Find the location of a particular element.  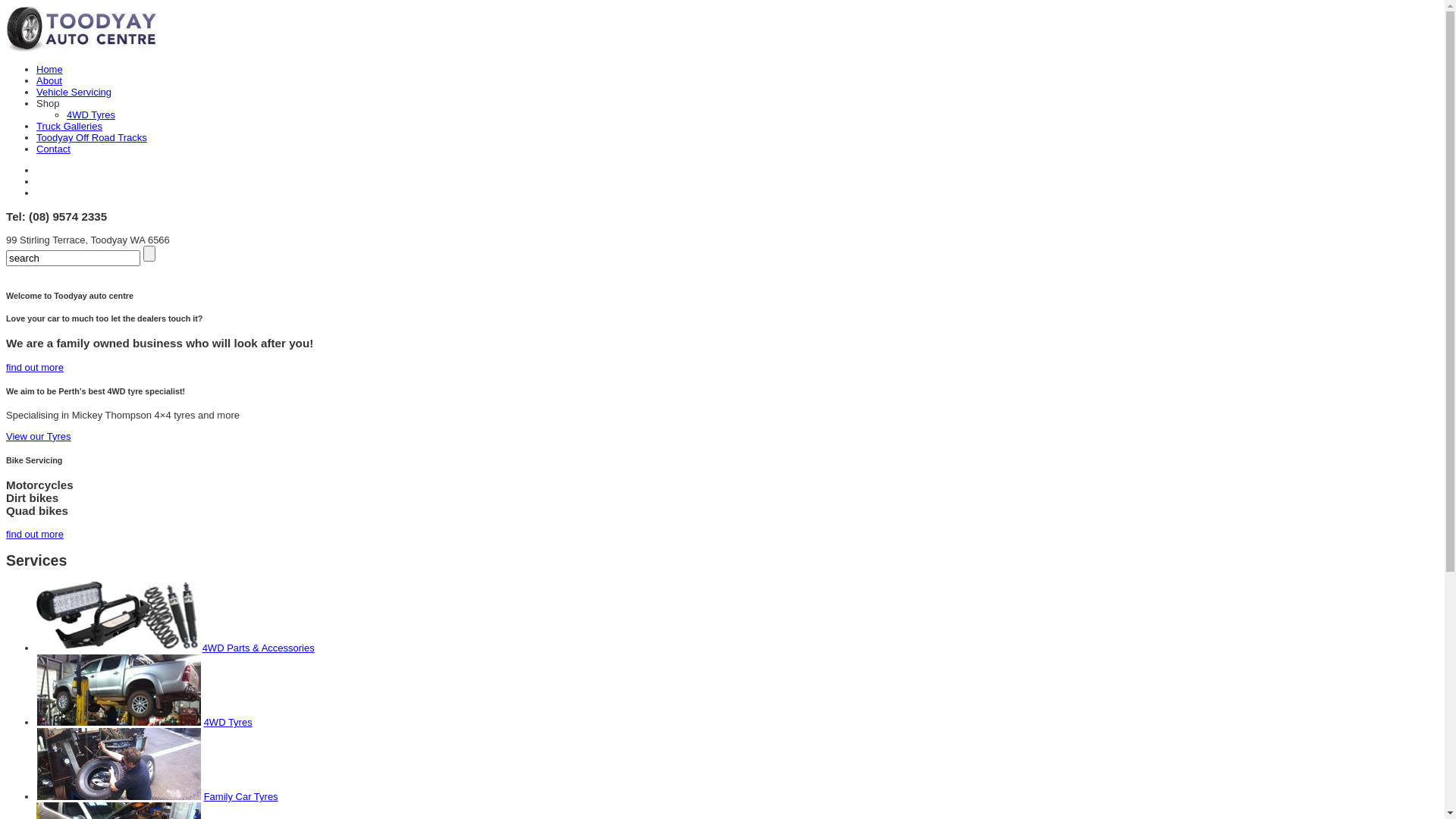

'Toodyay Off Road Tracks' is located at coordinates (90, 137).